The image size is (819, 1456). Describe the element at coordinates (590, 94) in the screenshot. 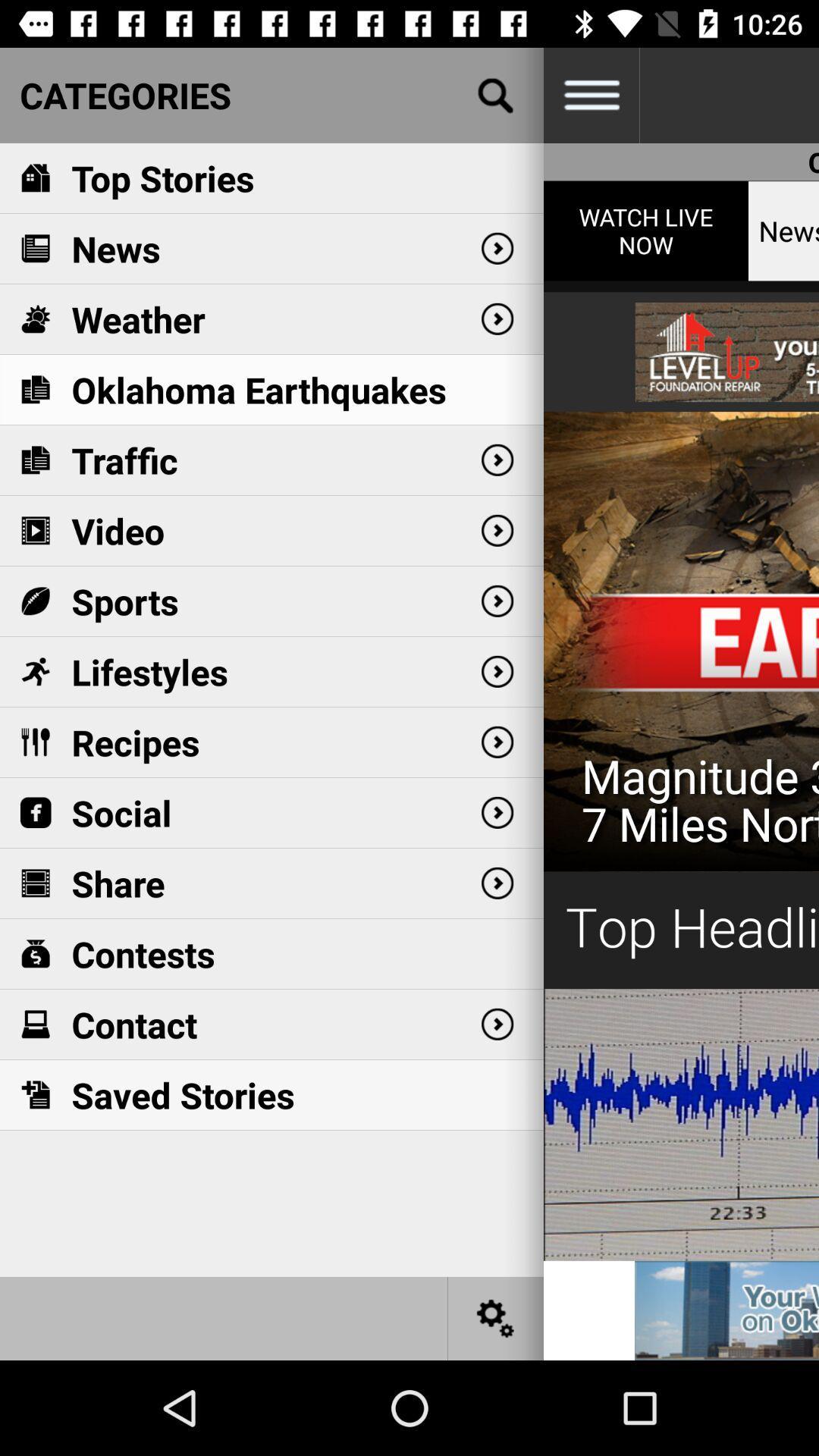

I see `the menu icon` at that location.